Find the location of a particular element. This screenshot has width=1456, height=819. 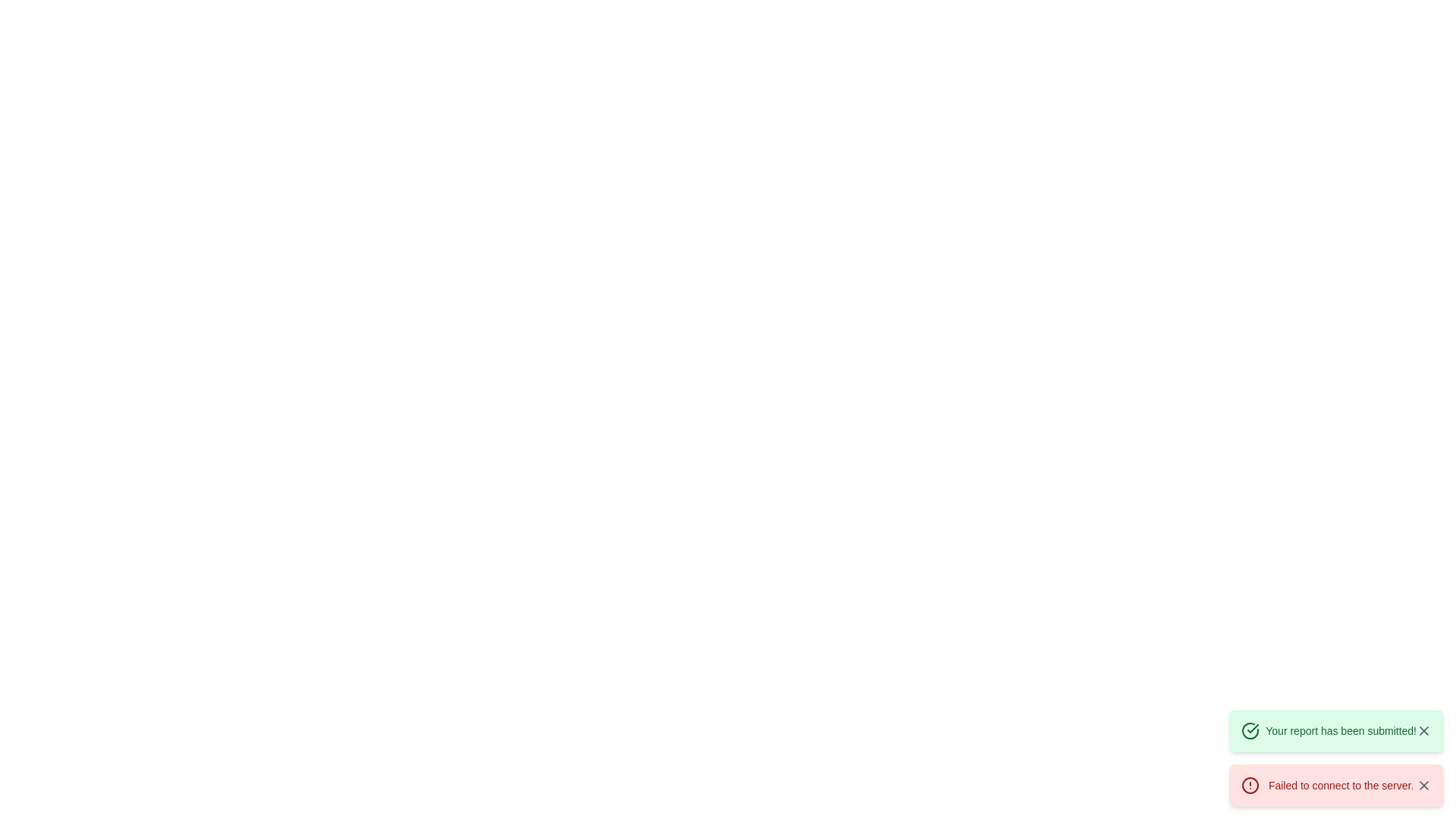

the close button located at the top-right corner of the red alert box that contains the message 'Failed to connect to the server.' is located at coordinates (1423, 785).